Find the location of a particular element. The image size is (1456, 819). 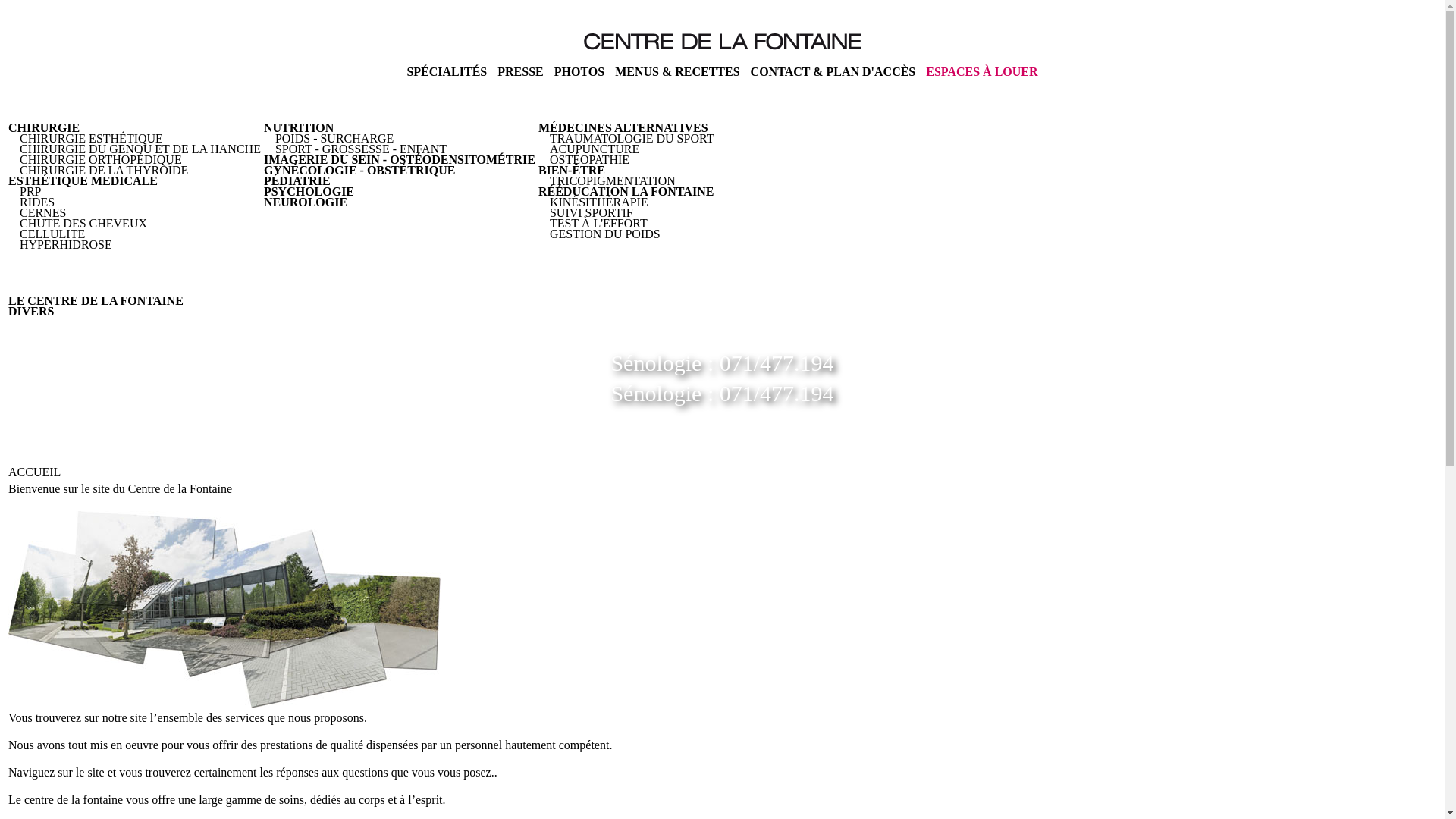

'POIDS - SURCHARGE' is located at coordinates (334, 138).